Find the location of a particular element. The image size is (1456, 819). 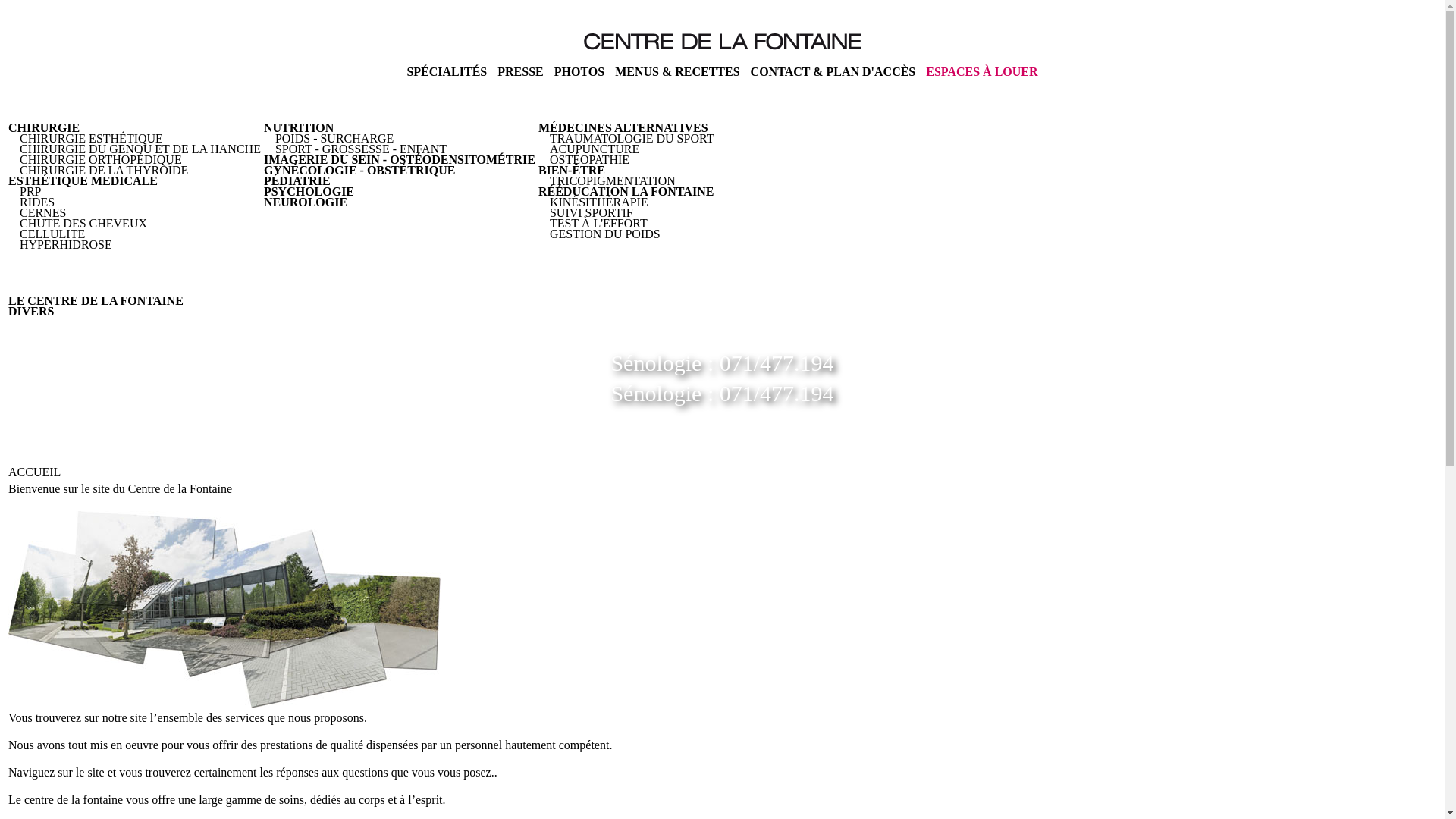

'POIDS - SURCHARGE' is located at coordinates (334, 138).